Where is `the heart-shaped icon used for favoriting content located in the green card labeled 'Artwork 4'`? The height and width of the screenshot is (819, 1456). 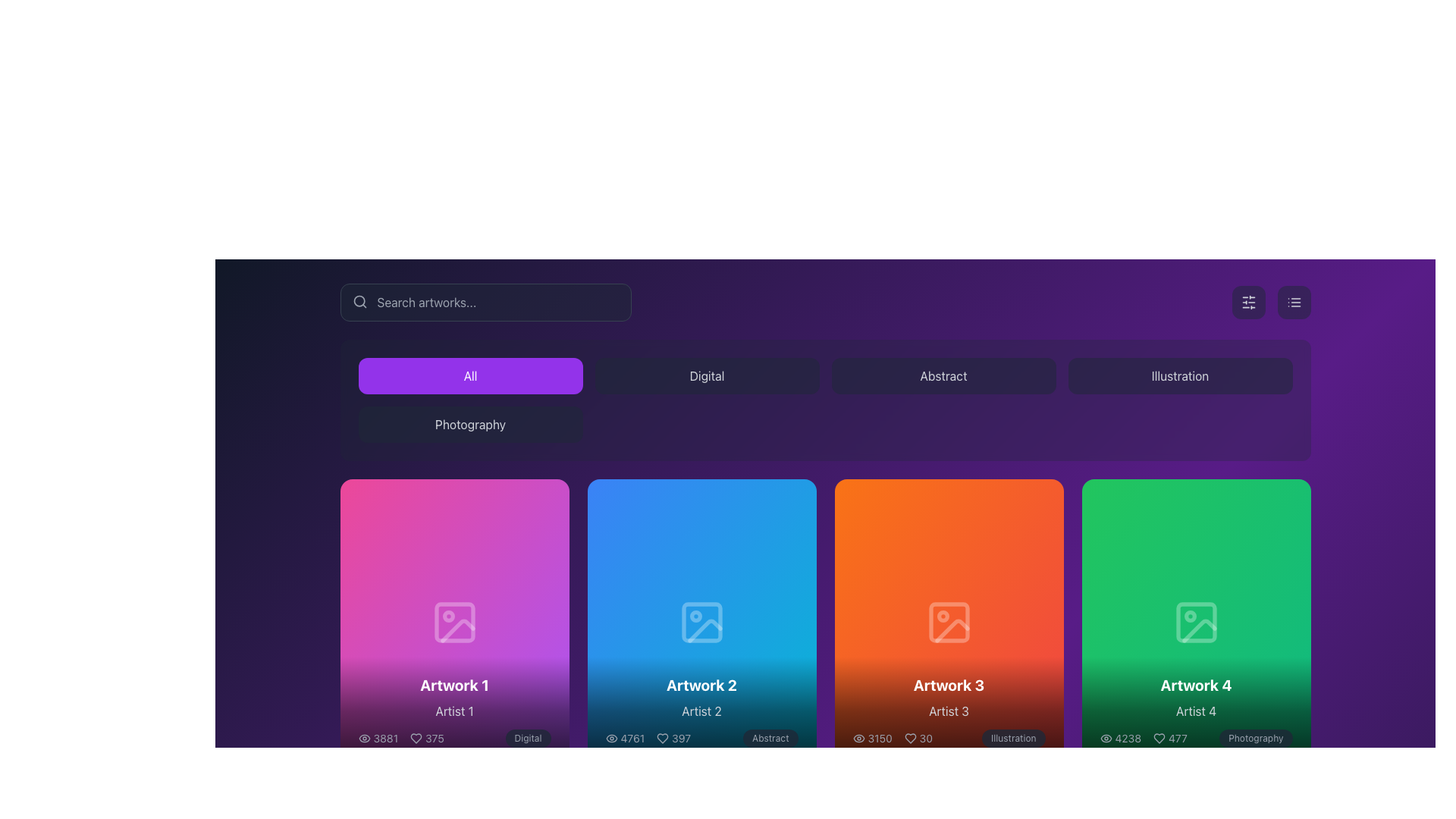
the heart-shaped icon used for favoriting content located in the green card labeled 'Artwork 4' is located at coordinates (1150, 622).